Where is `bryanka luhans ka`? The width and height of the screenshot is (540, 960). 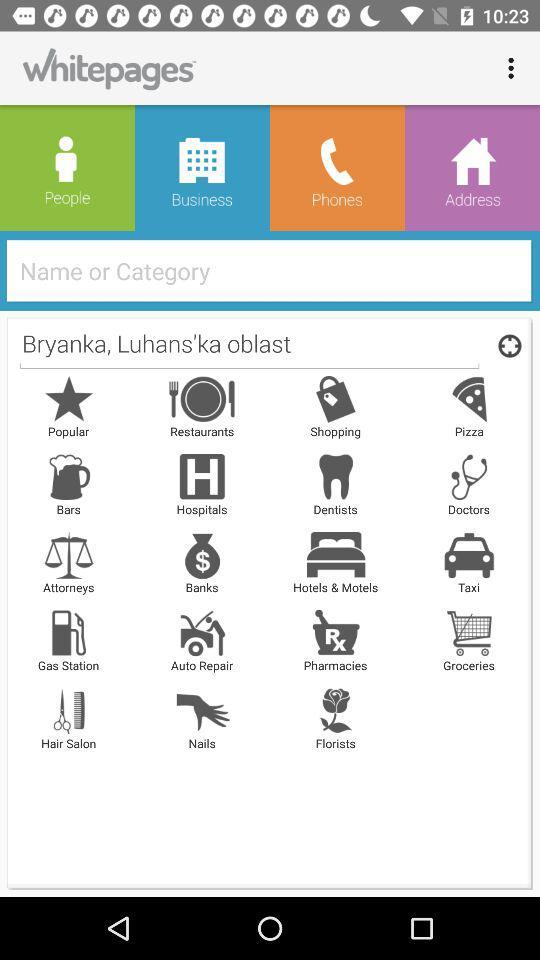 bryanka luhans ka is located at coordinates (249, 345).